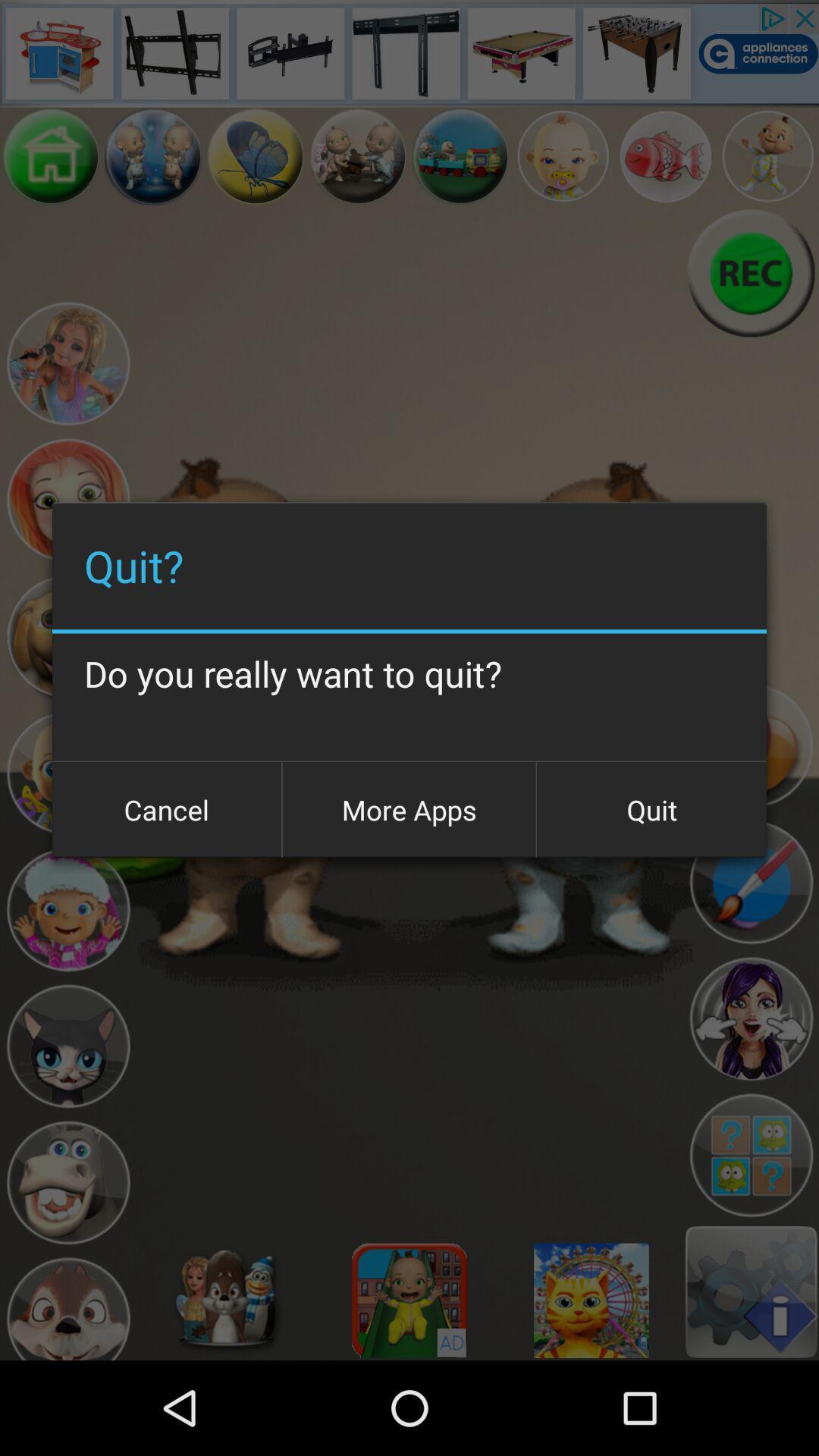  Describe the element at coordinates (358, 167) in the screenshot. I see `the avatar icon` at that location.